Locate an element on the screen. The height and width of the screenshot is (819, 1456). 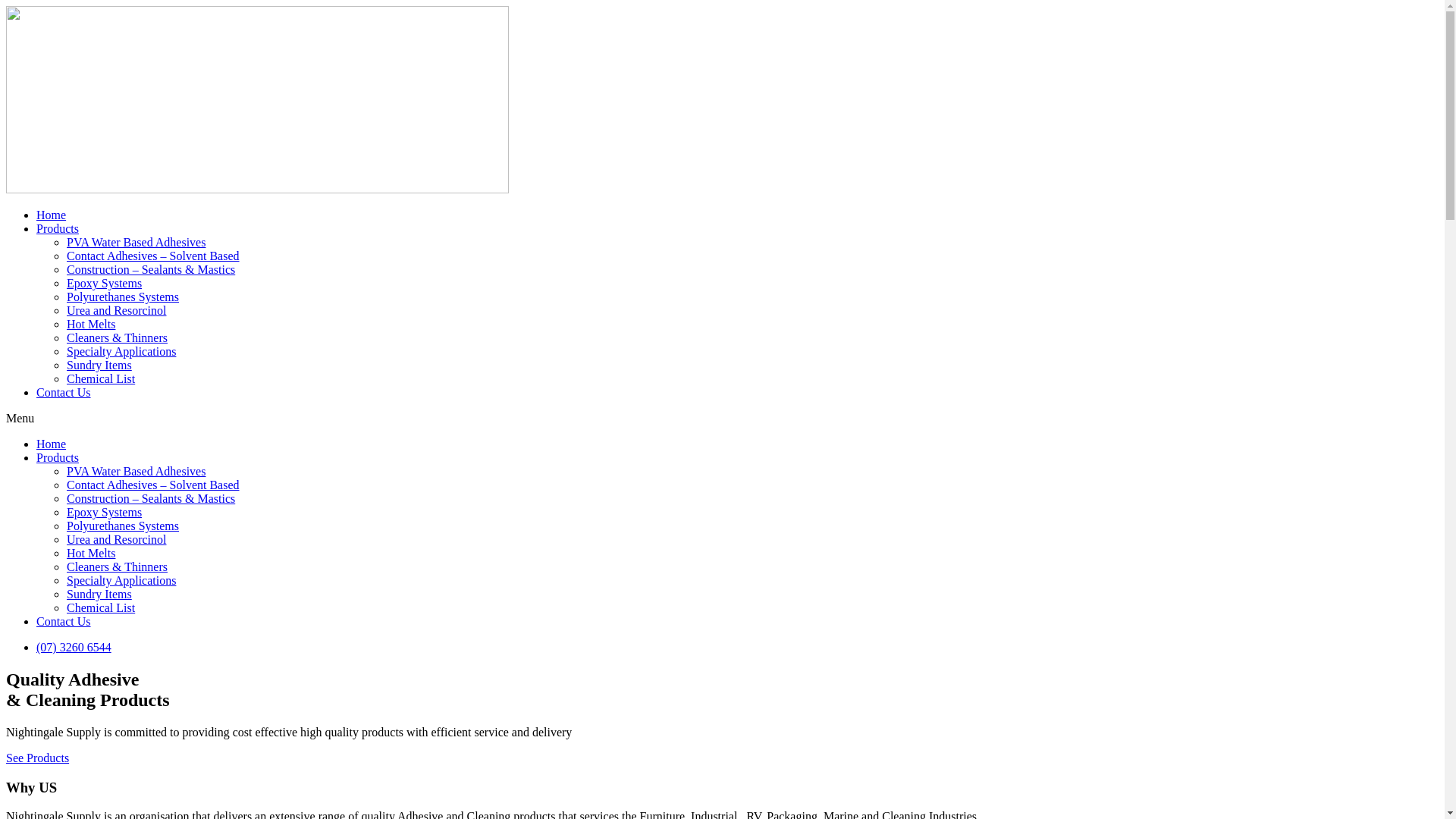
'See Products' is located at coordinates (37, 758).